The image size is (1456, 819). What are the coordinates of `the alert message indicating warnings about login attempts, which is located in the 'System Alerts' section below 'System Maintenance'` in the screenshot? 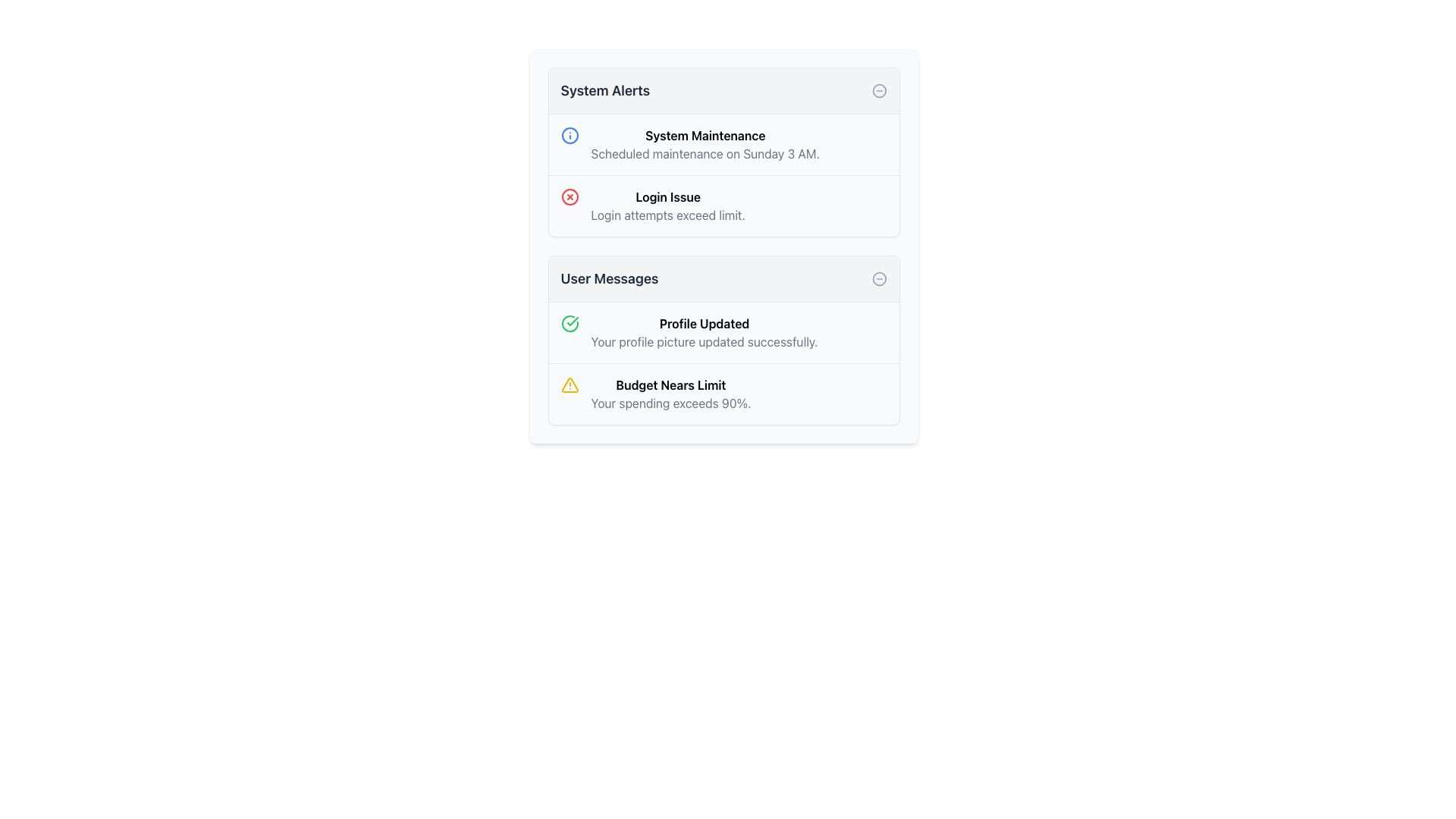 It's located at (723, 206).